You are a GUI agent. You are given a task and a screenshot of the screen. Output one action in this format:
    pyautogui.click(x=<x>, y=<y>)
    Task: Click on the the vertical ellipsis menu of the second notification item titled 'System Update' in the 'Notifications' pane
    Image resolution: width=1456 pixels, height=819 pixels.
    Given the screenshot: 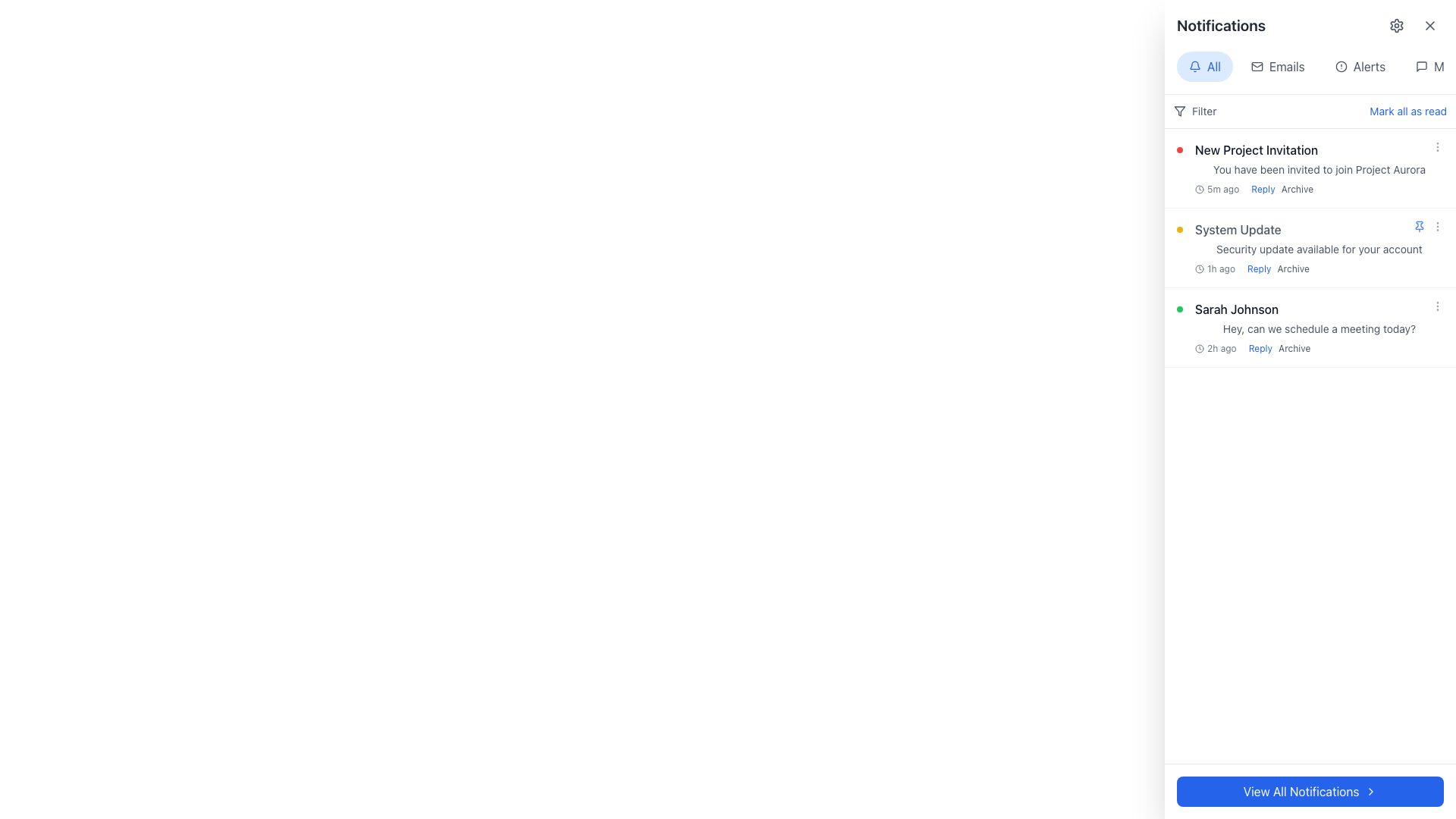 What is the action you would take?
    pyautogui.click(x=1427, y=227)
    